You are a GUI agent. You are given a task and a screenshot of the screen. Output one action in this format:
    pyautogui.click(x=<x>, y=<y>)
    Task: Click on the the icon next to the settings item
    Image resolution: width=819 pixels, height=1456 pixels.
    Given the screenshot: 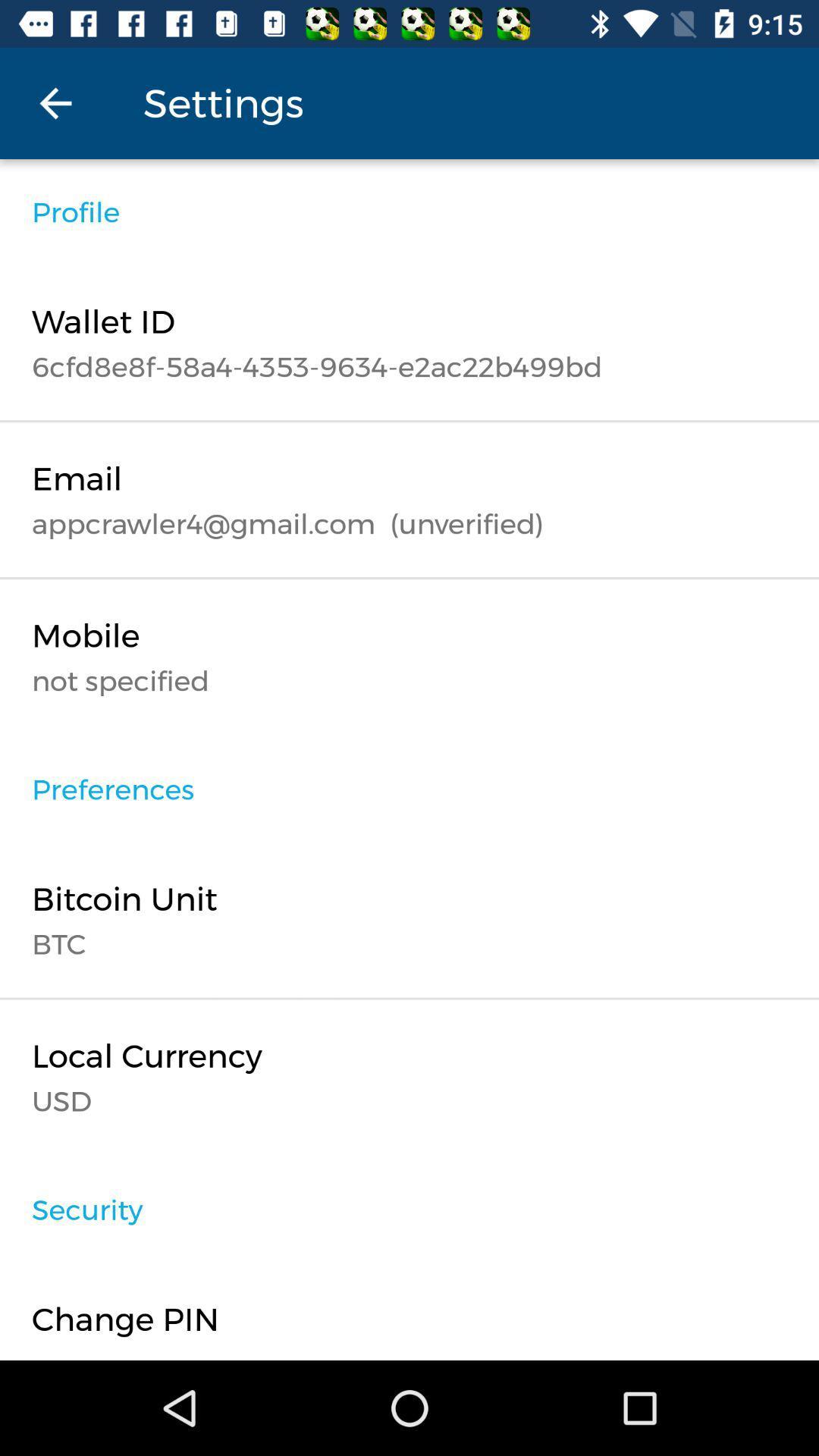 What is the action you would take?
    pyautogui.click(x=55, y=102)
    